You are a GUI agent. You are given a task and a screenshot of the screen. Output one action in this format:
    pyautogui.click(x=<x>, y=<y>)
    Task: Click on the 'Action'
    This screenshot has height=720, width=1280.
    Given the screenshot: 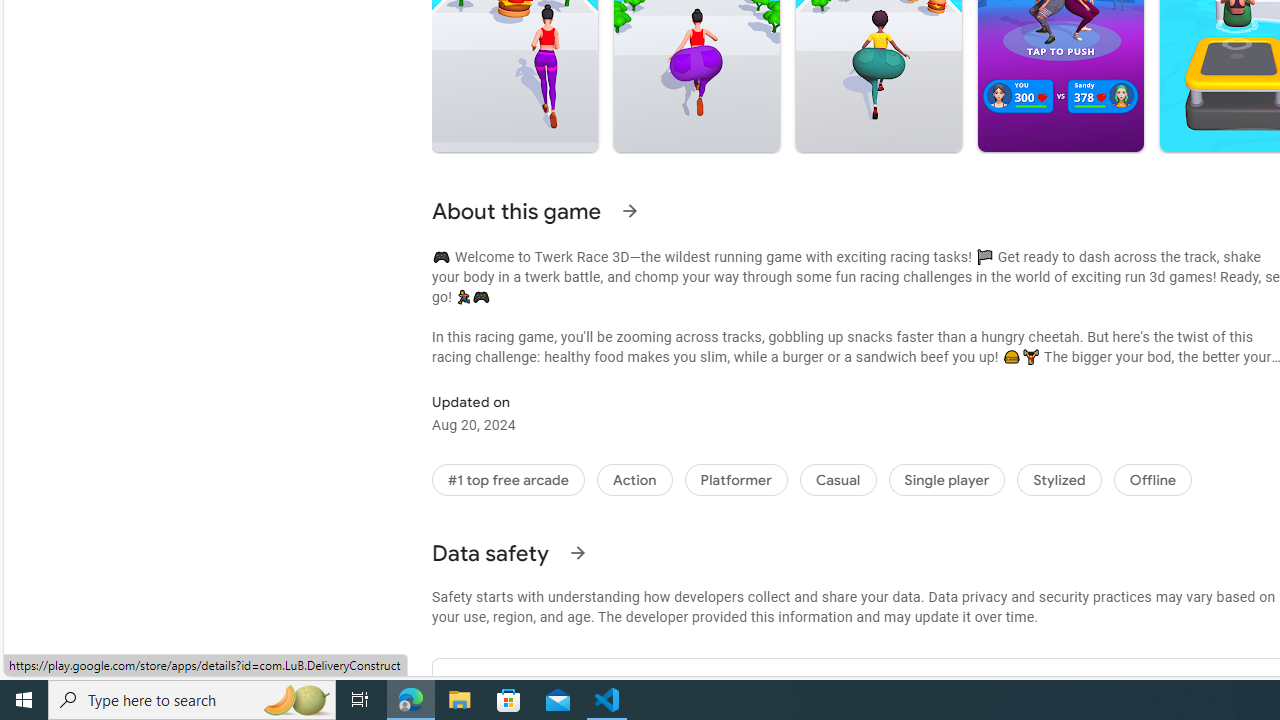 What is the action you would take?
    pyautogui.click(x=633, y=480)
    